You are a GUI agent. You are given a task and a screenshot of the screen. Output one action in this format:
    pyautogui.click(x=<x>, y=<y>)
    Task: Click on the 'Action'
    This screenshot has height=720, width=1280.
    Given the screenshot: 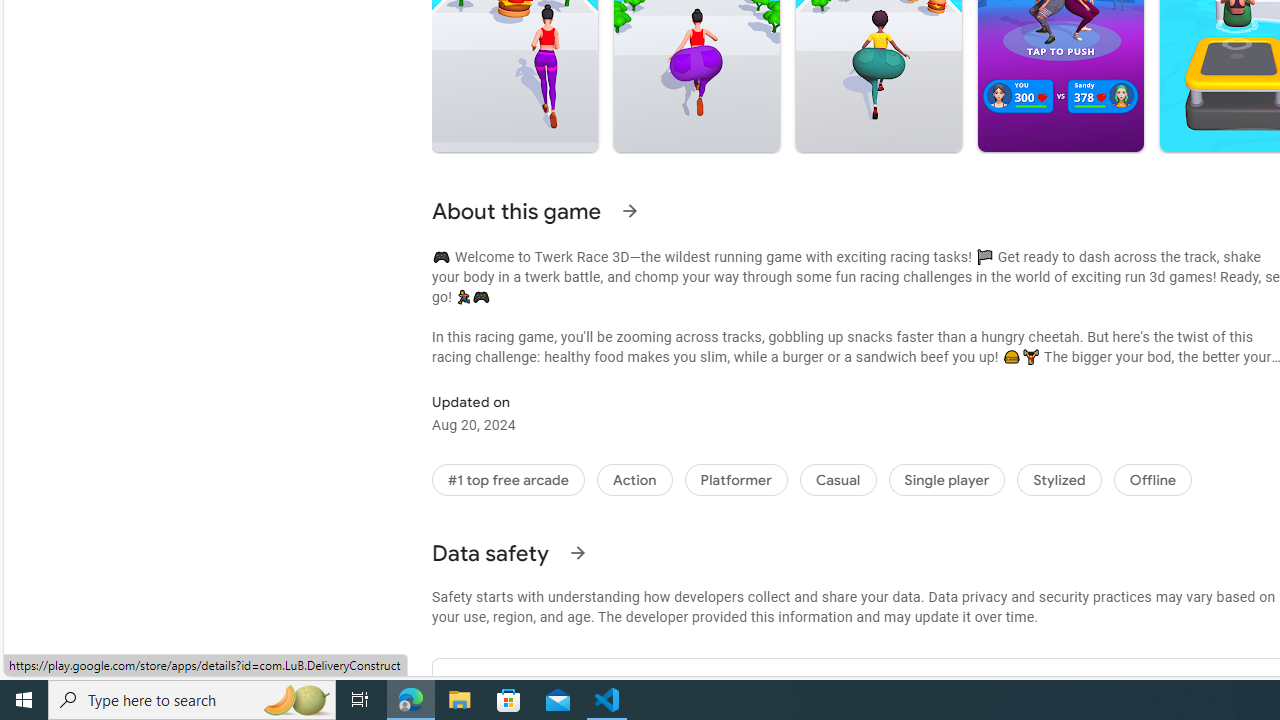 What is the action you would take?
    pyautogui.click(x=633, y=480)
    